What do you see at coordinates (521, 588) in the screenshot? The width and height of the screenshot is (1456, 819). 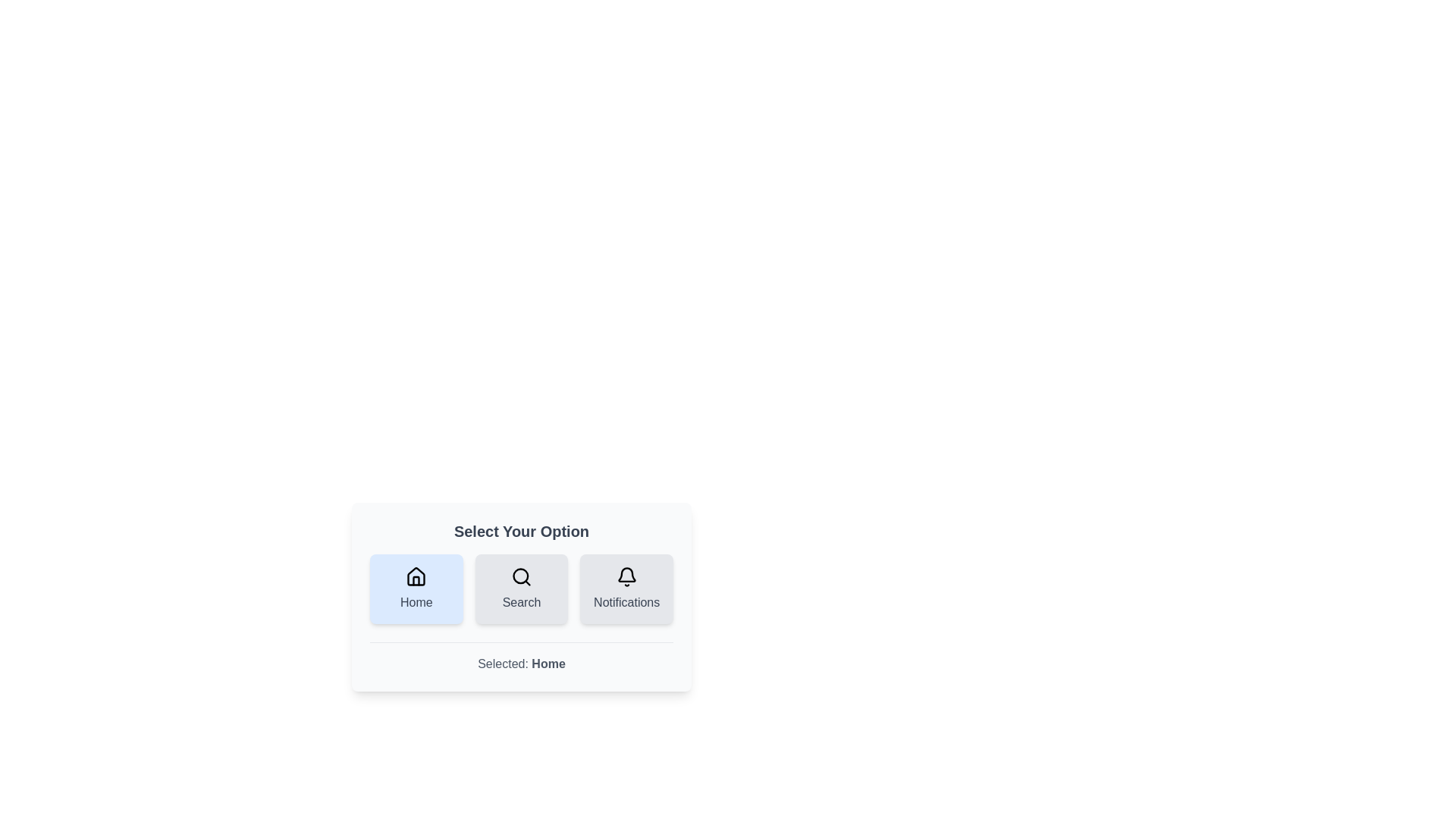 I see `the button labeled 'Search' to observe its hover effect` at bounding box center [521, 588].